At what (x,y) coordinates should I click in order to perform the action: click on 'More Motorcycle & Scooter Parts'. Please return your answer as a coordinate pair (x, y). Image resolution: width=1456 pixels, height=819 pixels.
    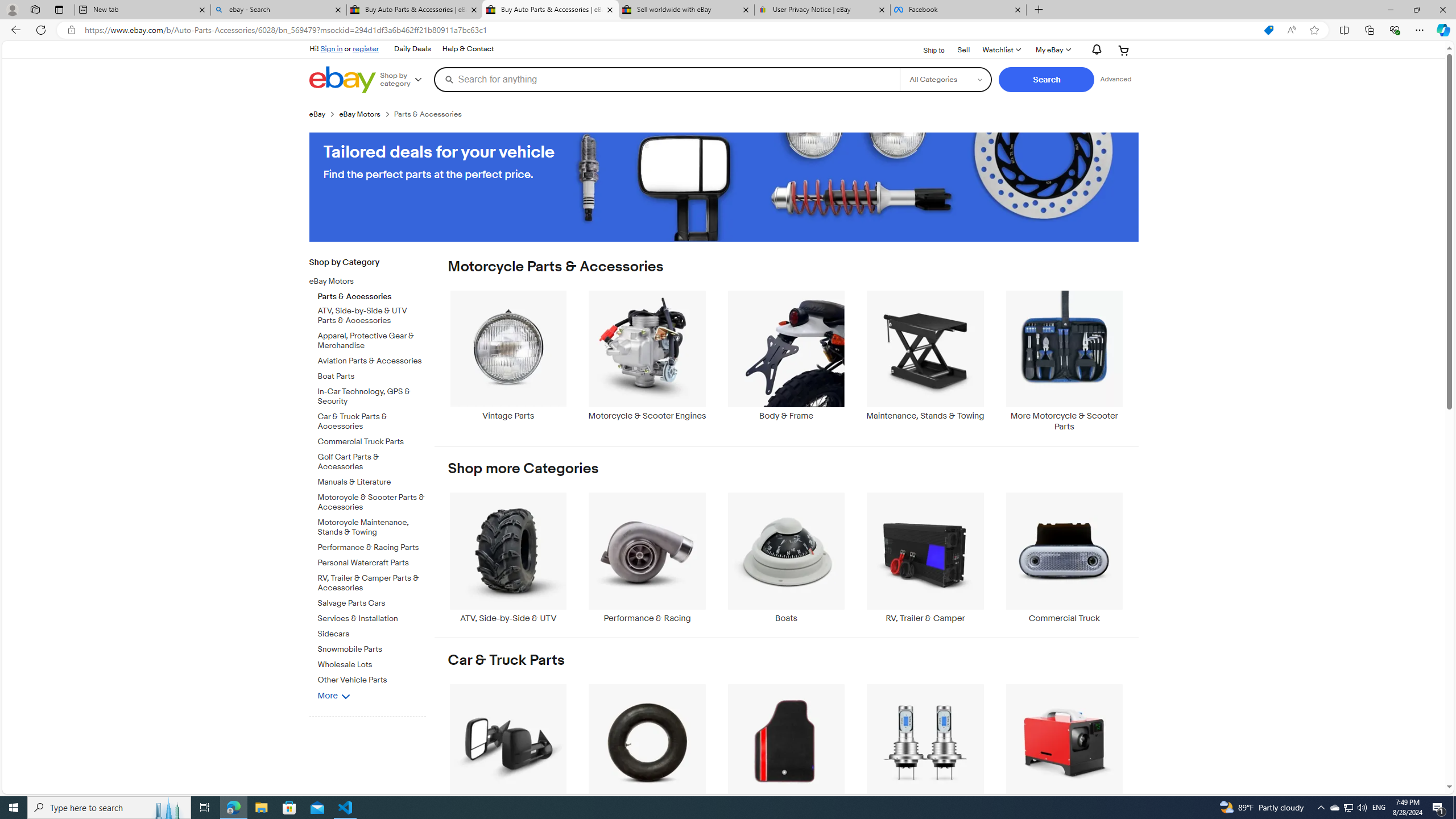
    Looking at the image, I should click on (1064, 361).